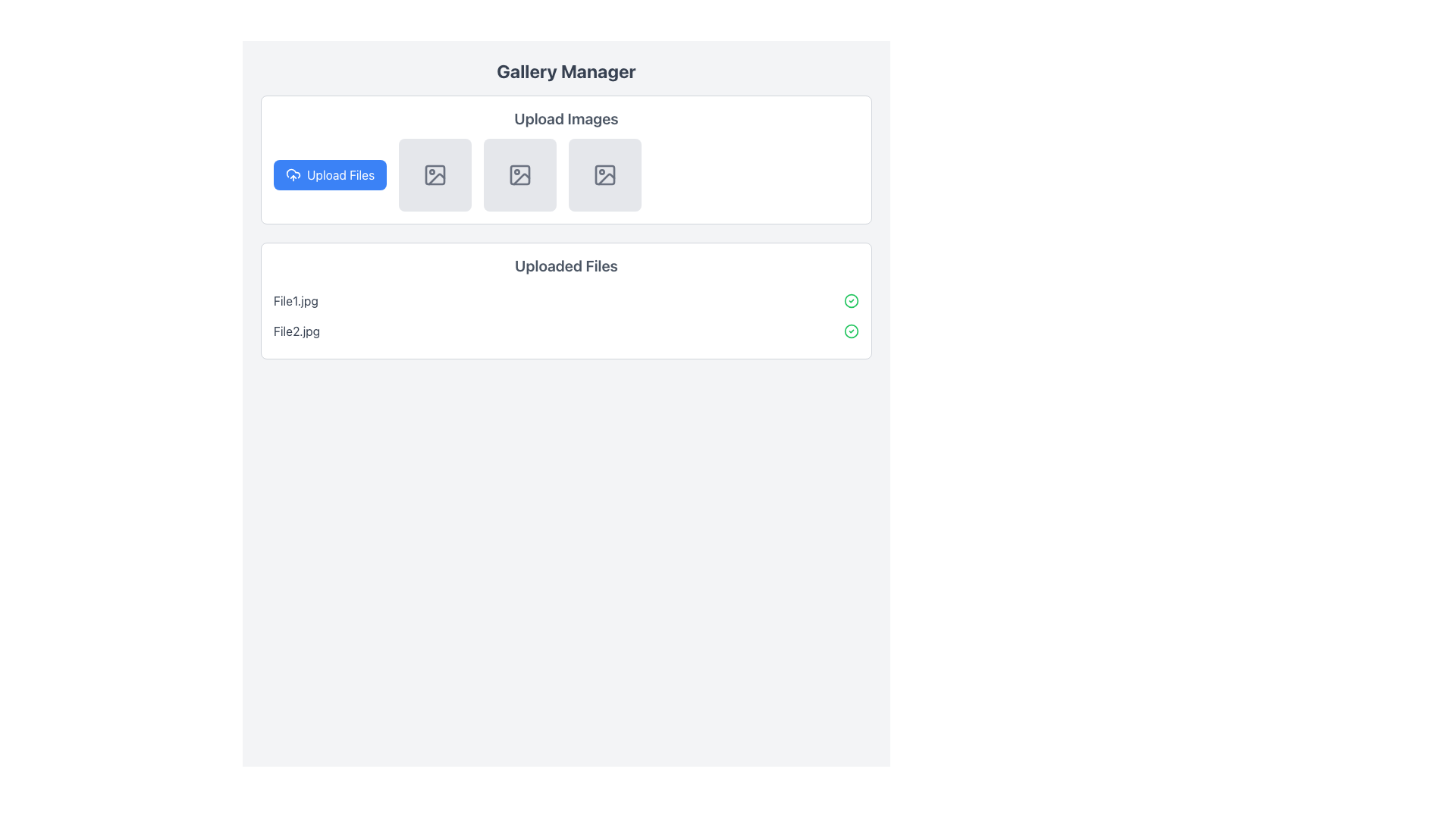  What do you see at coordinates (293, 173) in the screenshot?
I see `the cloud storage icon located adjacent to the 'Upload Files' button in the 'Upload Images' section` at bounding box center [293, 173].